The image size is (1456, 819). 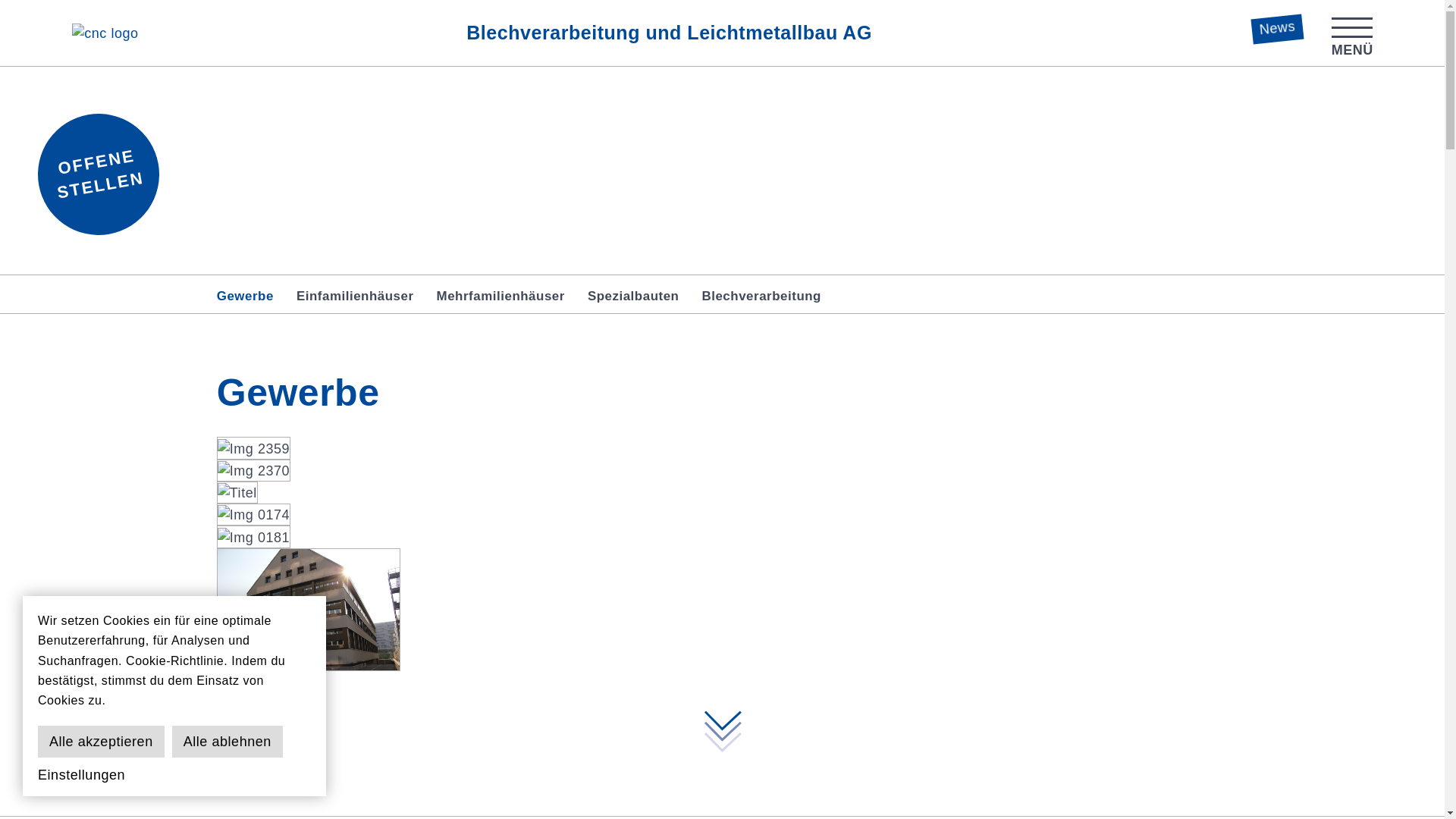 What do you see at coordinates (1276, 26) in the screenshot?
I see `'News'` at bounding box center [1276, 26].